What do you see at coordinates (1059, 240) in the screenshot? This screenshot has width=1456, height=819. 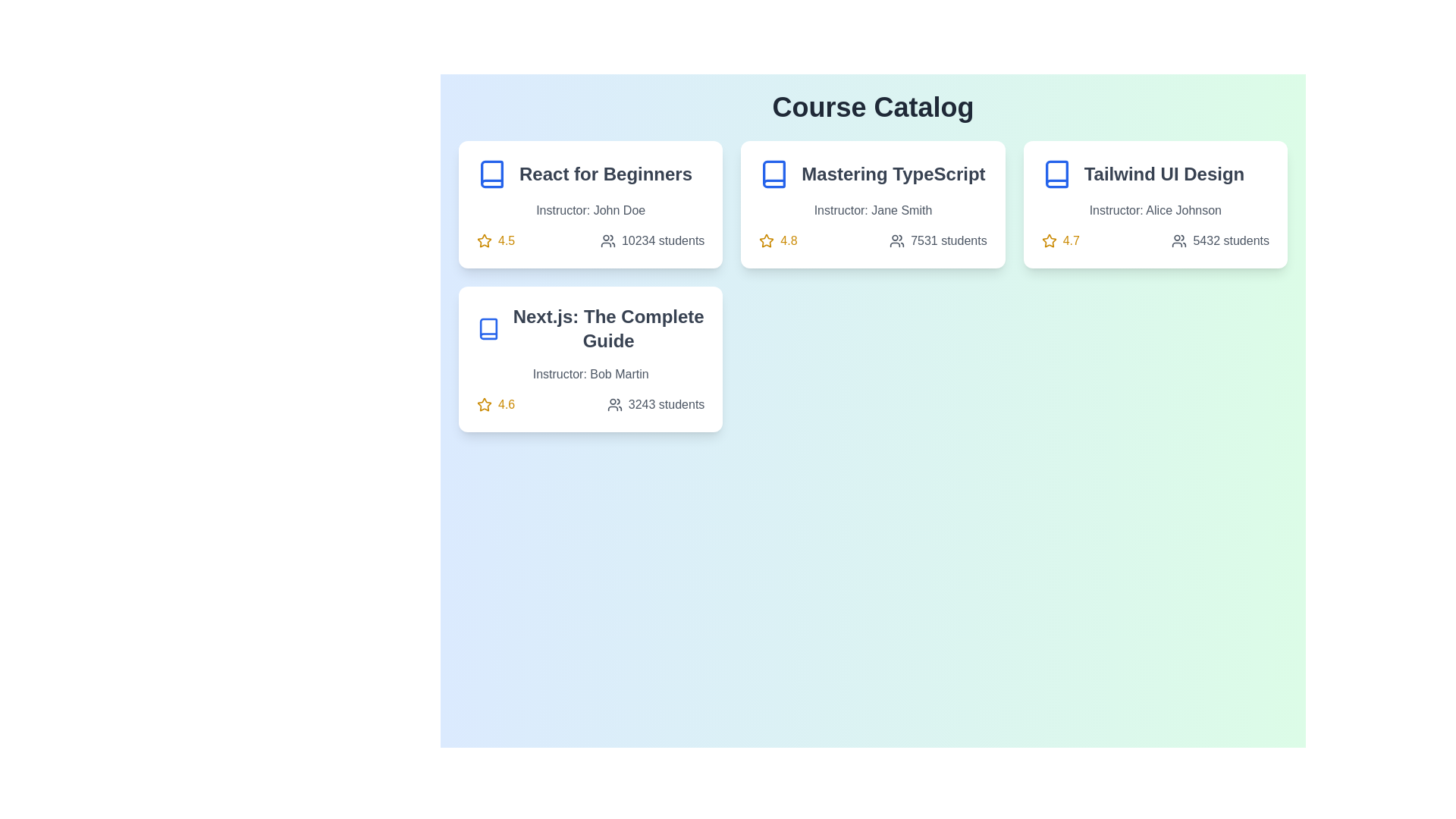 I see `the yellow star icon followed by the rating '4.7' in bold text located in the lower-left corner of the 'Tailwind UI Design' course card` at bounding box center [1059, 240].